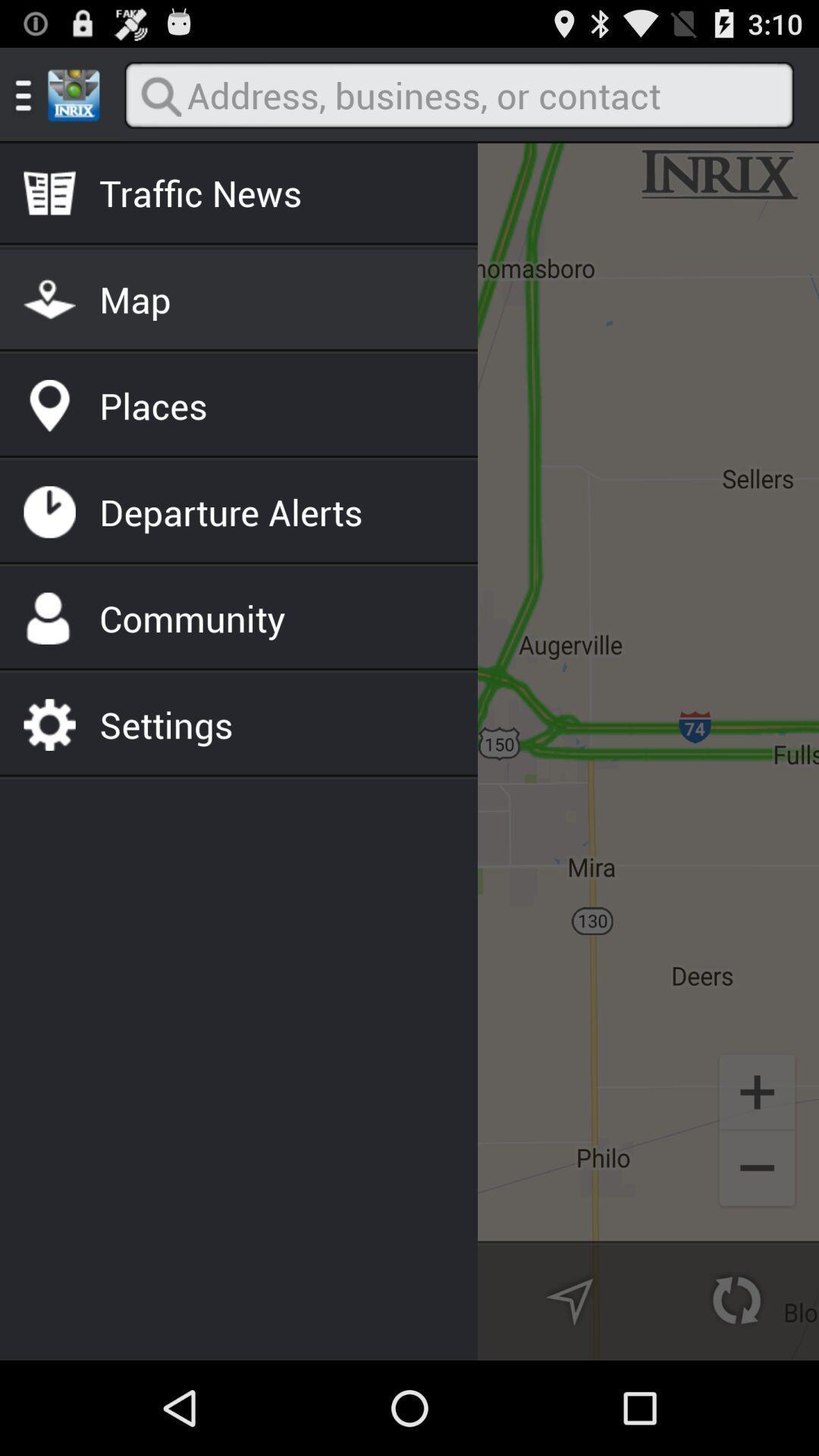  What do you see at coordinates (458, 94) in the screenshot?
I see `items into the search area` at bounding box center [458, 94].